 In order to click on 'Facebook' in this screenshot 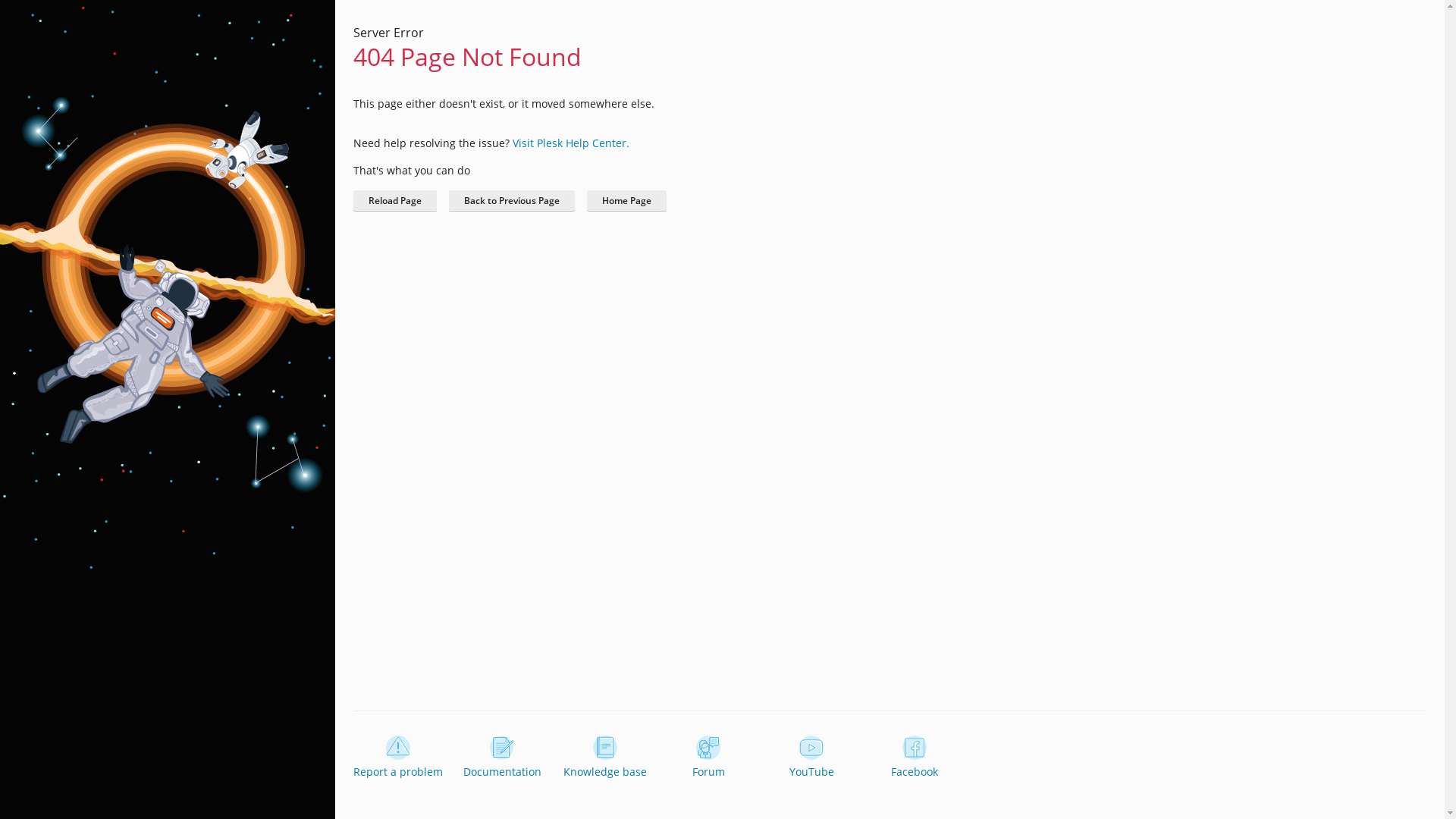, I will do `click(913, 758)`.